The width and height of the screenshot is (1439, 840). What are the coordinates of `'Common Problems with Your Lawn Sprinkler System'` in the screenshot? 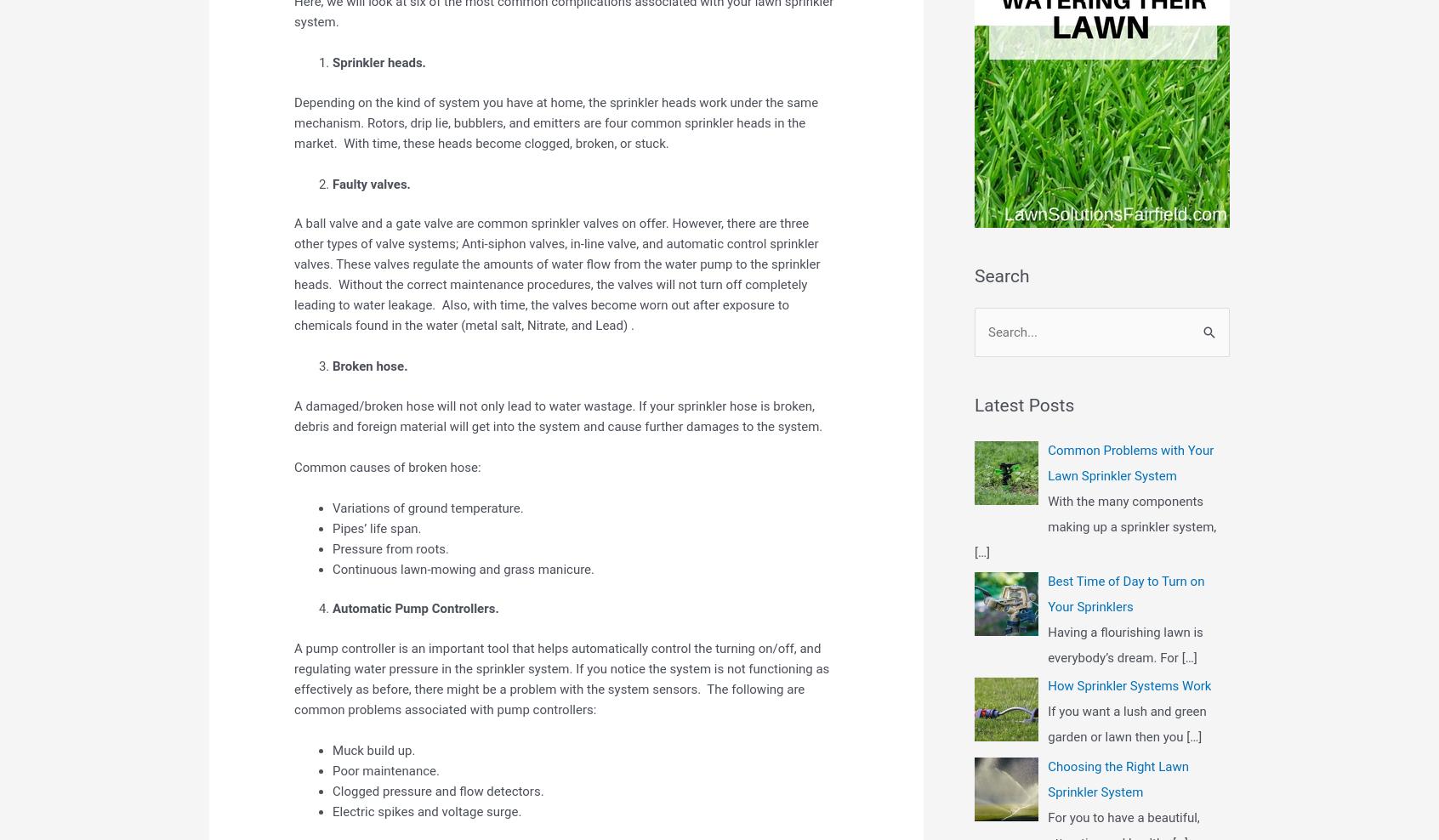 It's located at (1129, 461).